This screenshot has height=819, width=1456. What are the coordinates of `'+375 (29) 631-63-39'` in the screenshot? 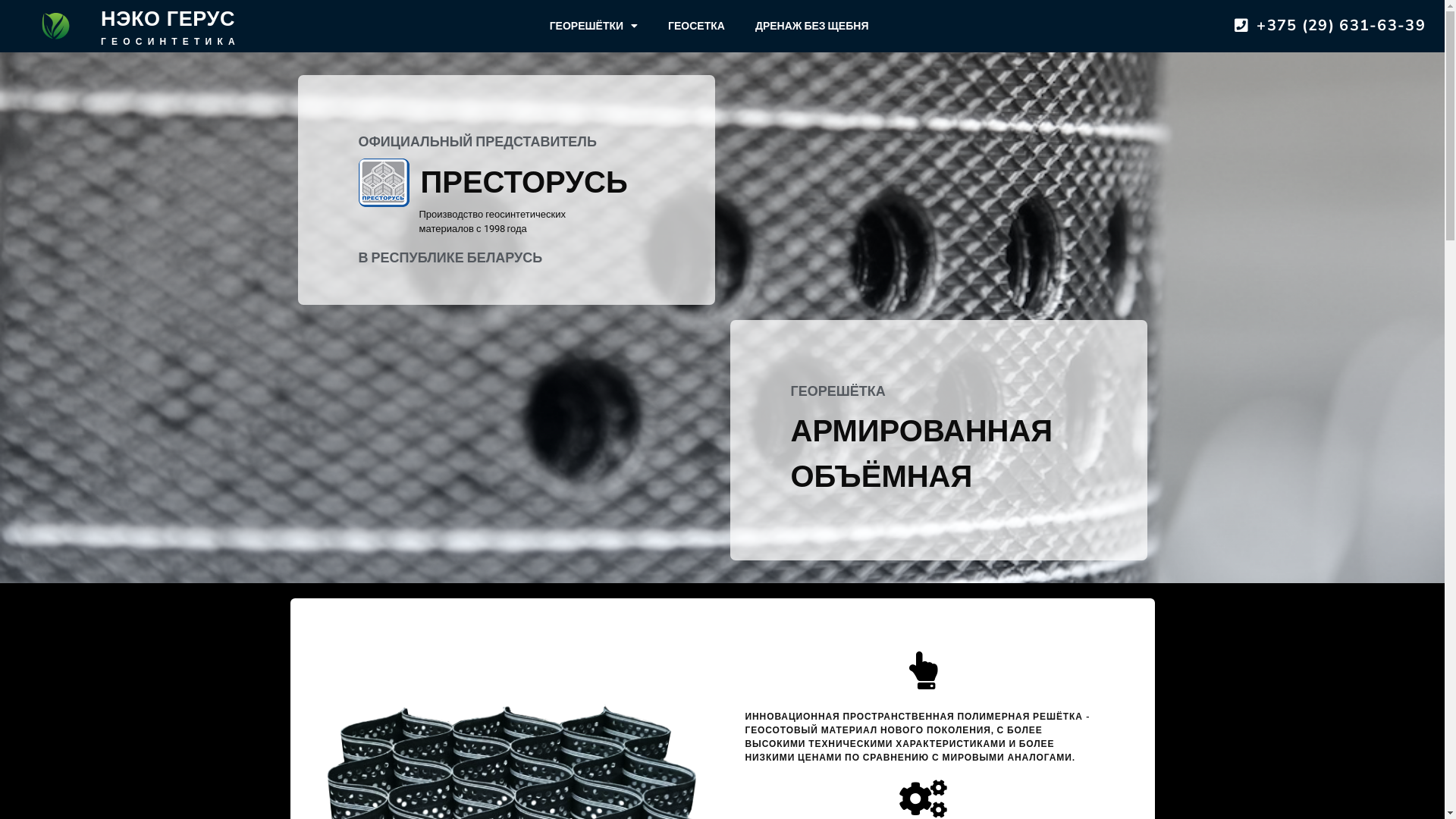 It's located at (1327, 26).